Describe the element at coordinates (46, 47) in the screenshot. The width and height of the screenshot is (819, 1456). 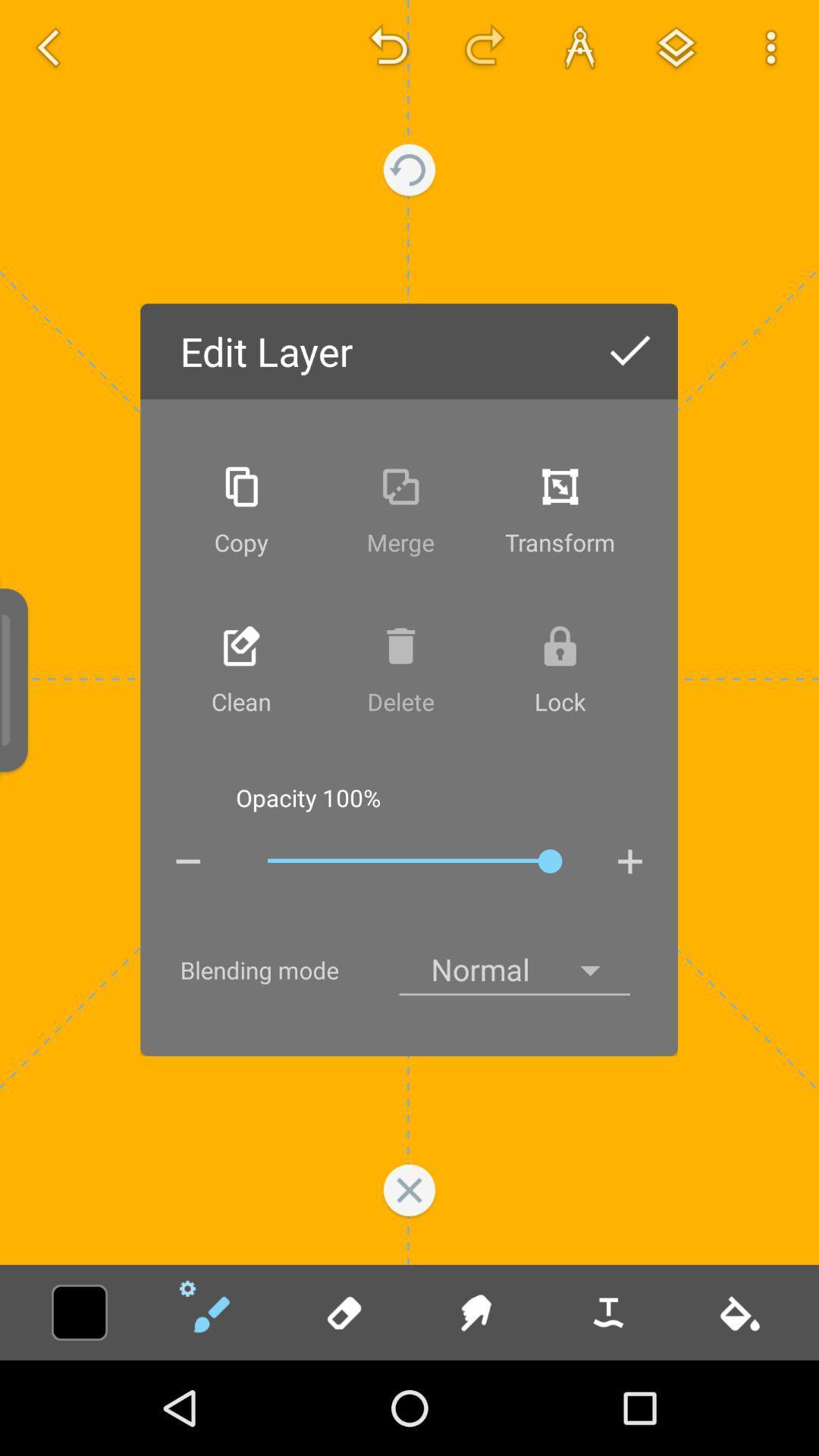
I see `the arrow_backward icon` at that location.